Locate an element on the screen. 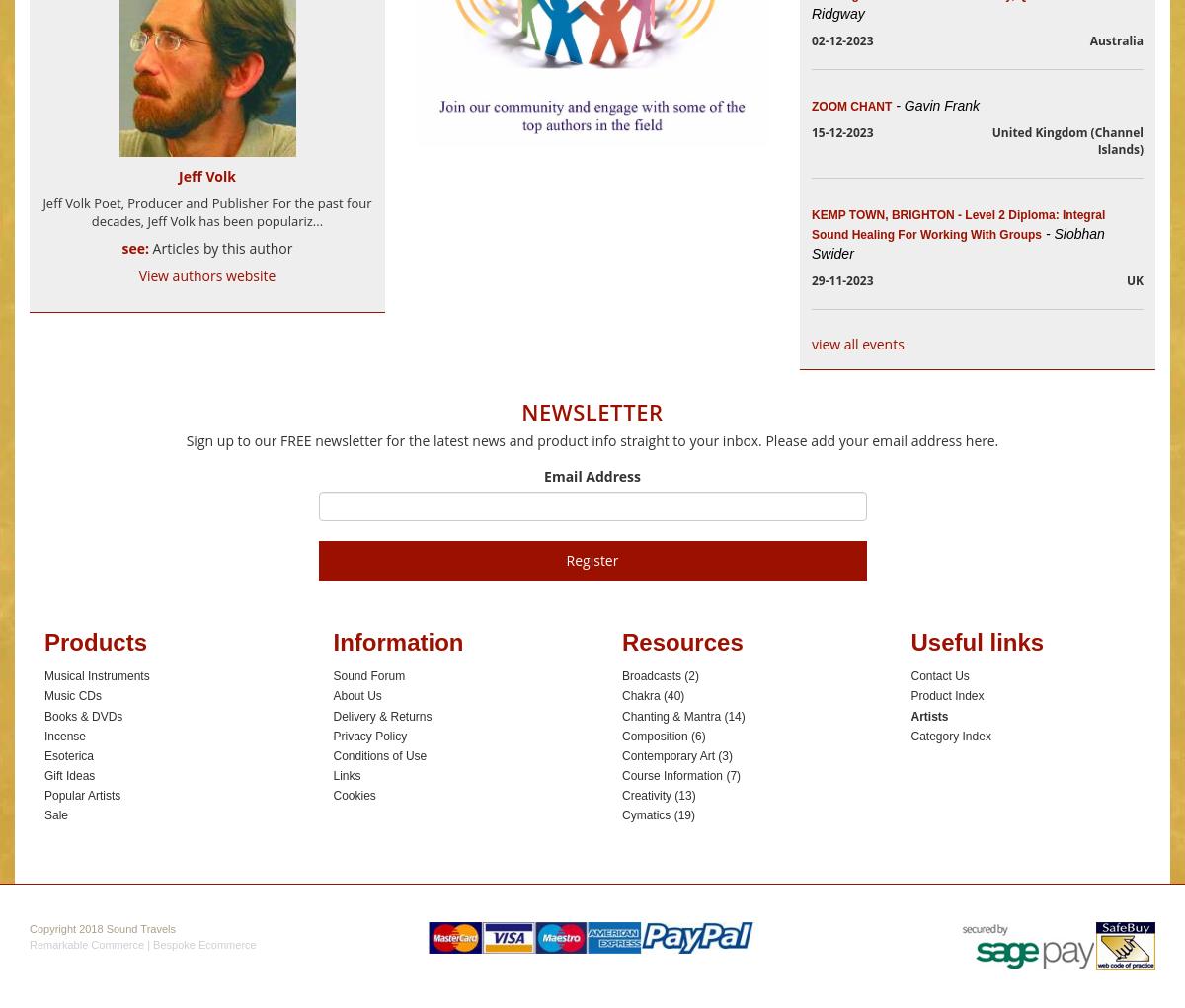 This screenshot has width=1185, height=1008. 'Popular Artists' is located at coordinates (82, 794).